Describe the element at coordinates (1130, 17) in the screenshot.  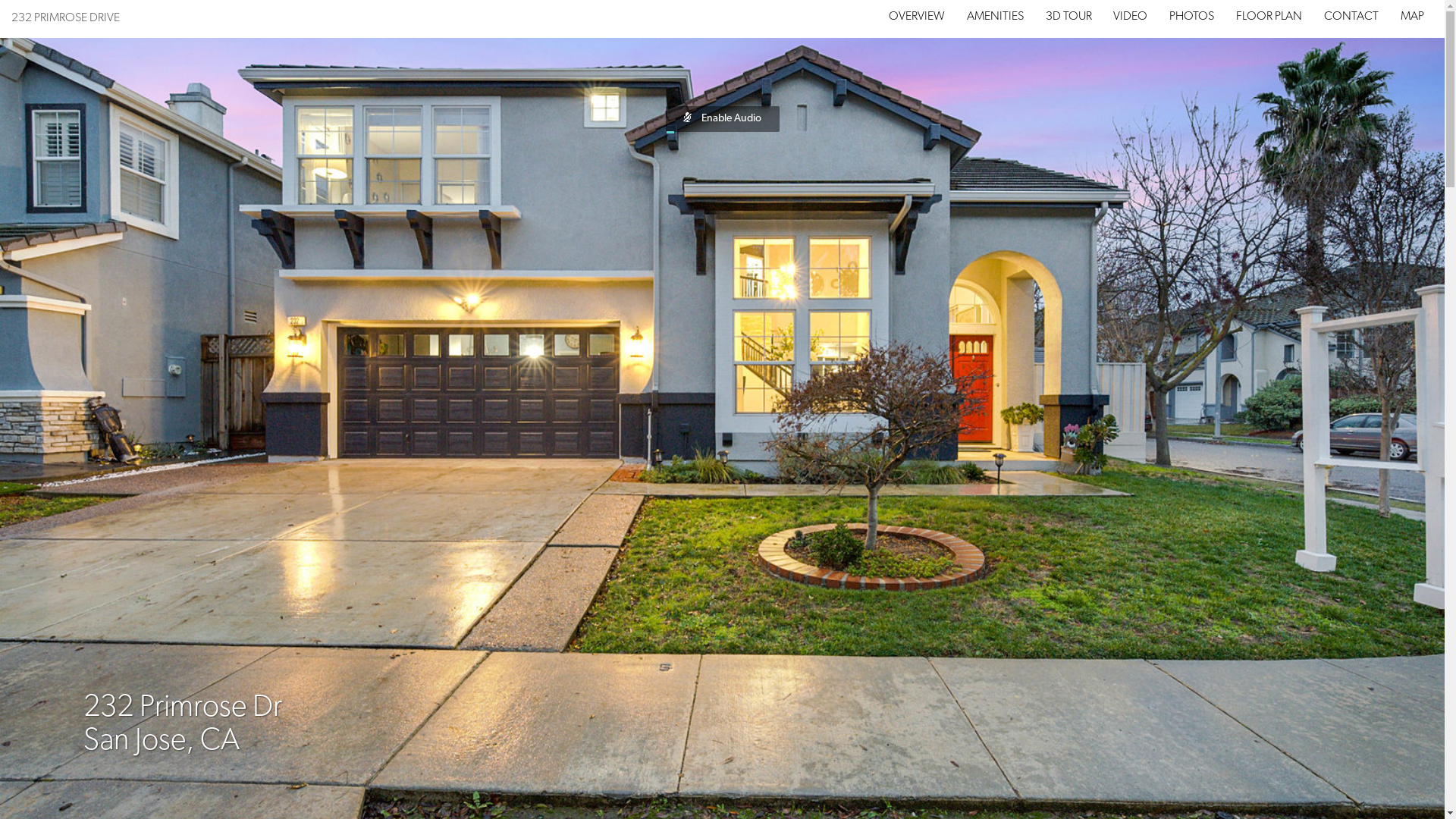
I see `'VIDEO'` at that location.